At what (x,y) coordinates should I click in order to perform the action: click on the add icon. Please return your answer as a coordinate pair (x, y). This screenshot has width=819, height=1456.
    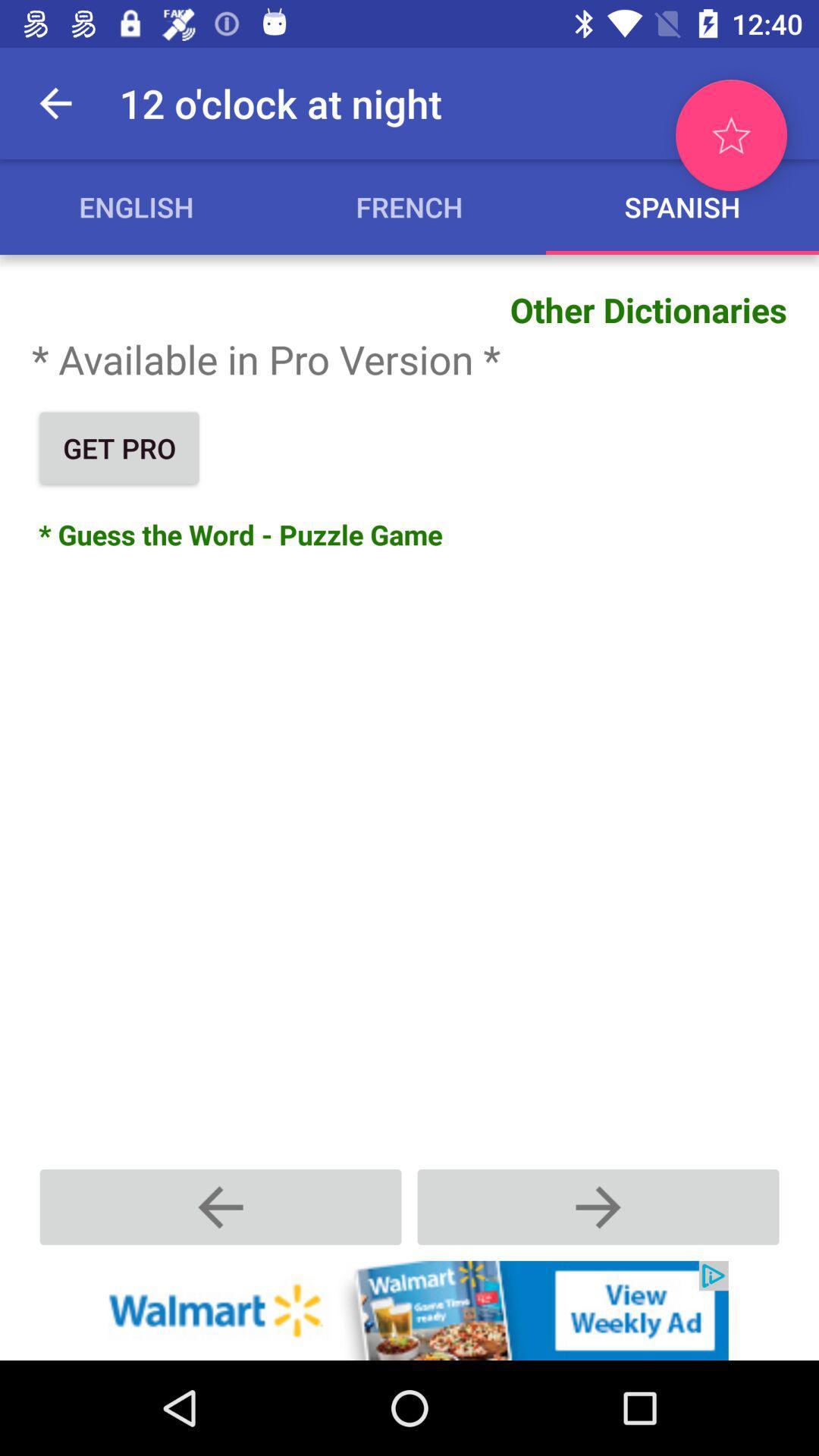
    Looking at the image, I should click on (598, 1206).